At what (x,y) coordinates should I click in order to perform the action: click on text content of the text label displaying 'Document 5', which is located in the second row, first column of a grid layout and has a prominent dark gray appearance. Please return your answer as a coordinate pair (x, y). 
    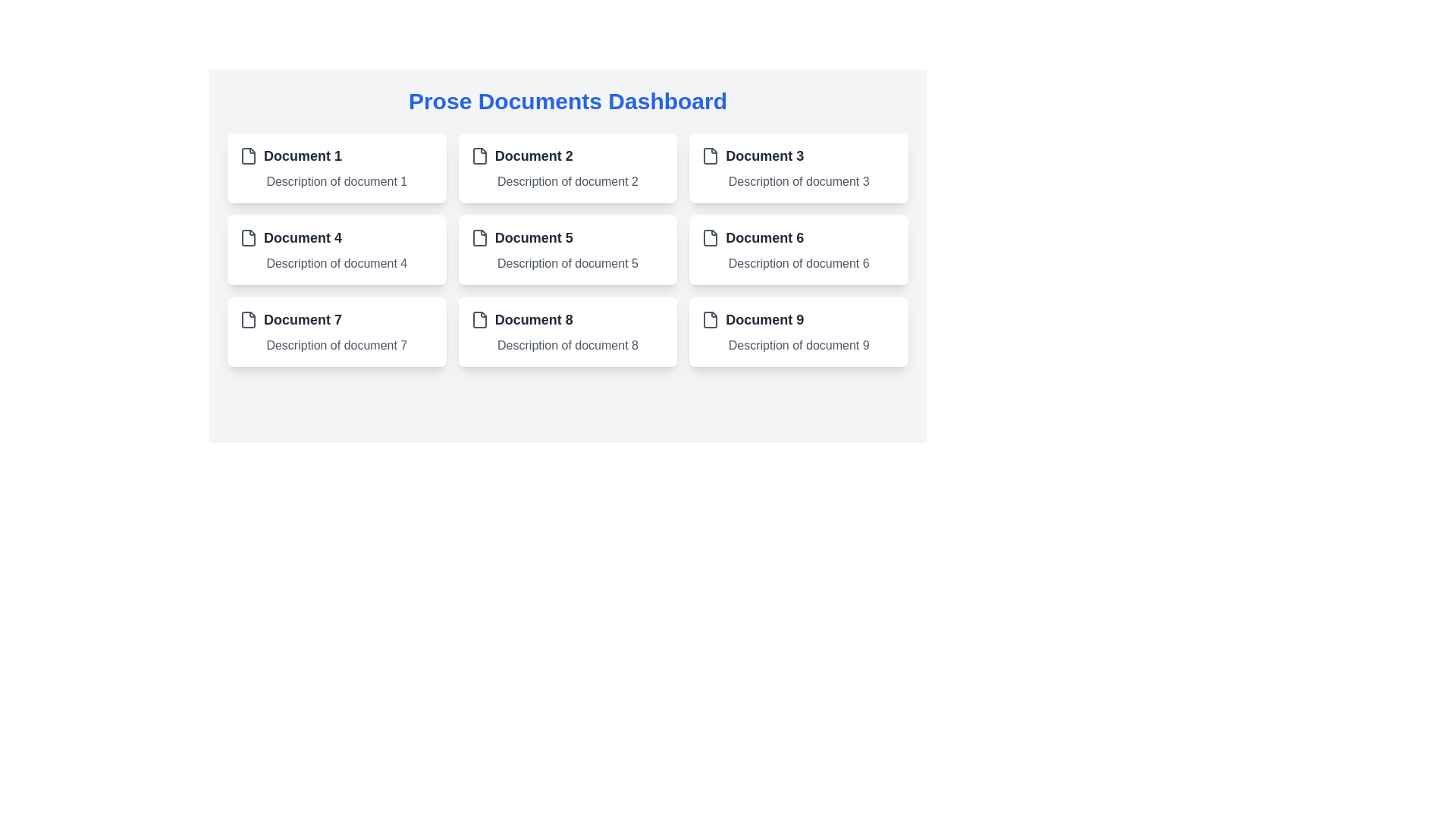
    Looking at the image, I should click on (534, 237).